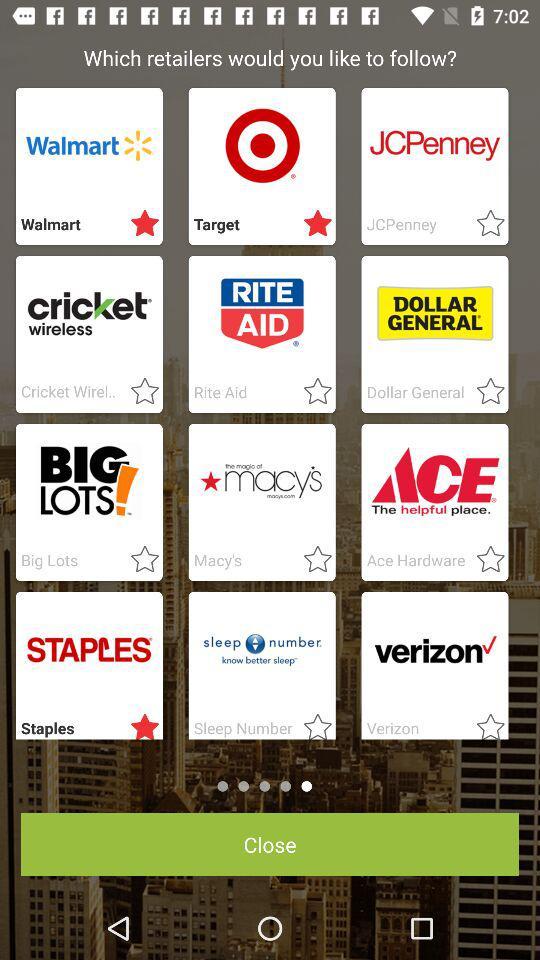 The width and height of the screenshot is (540, 960). Describe the element at coordinates (312, 391) in the screenshot. I see `starred` at that location.